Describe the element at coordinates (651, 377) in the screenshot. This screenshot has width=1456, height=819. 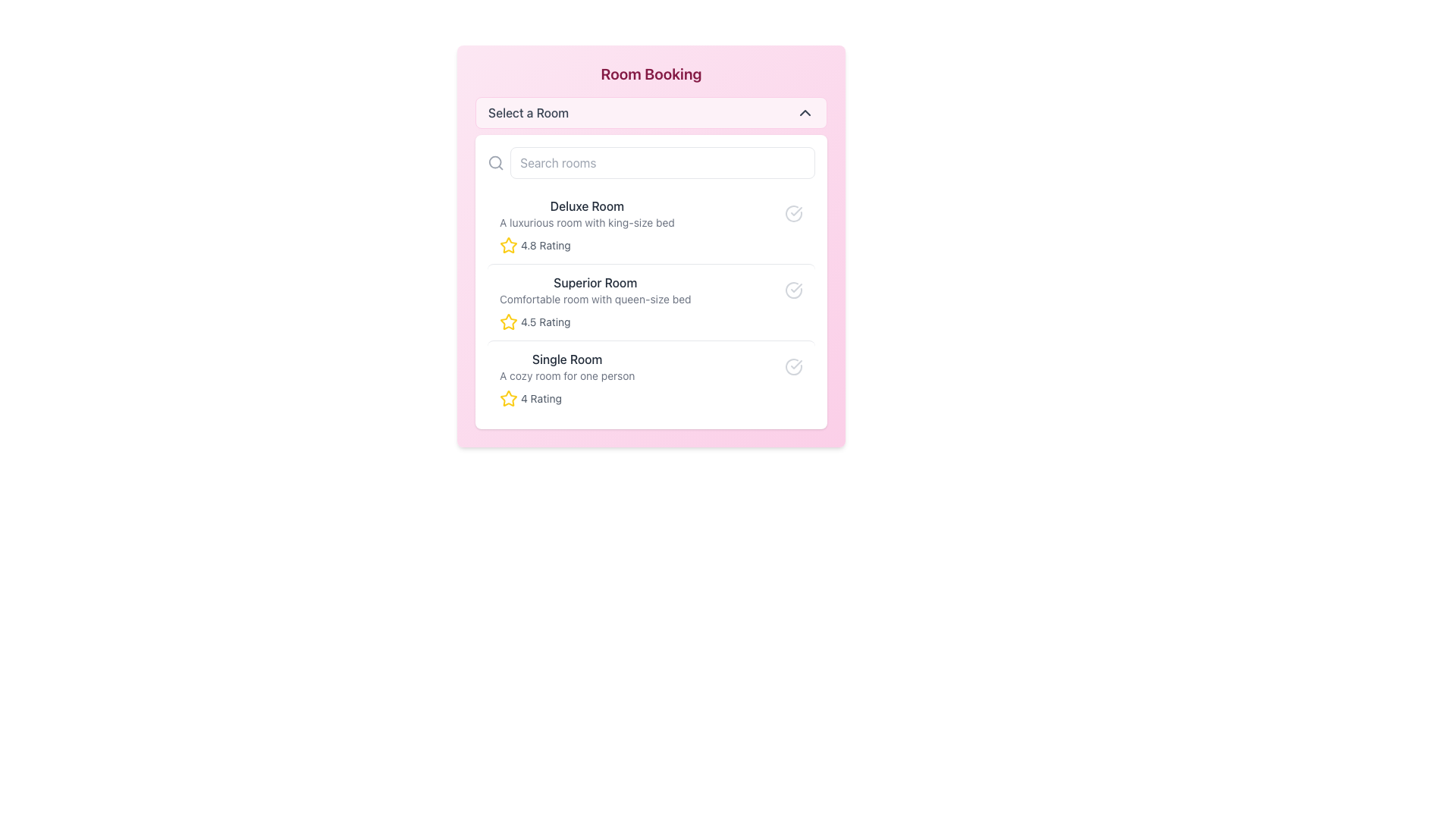
I see `the third room option card in the 'Room Booking' interface` at that location.